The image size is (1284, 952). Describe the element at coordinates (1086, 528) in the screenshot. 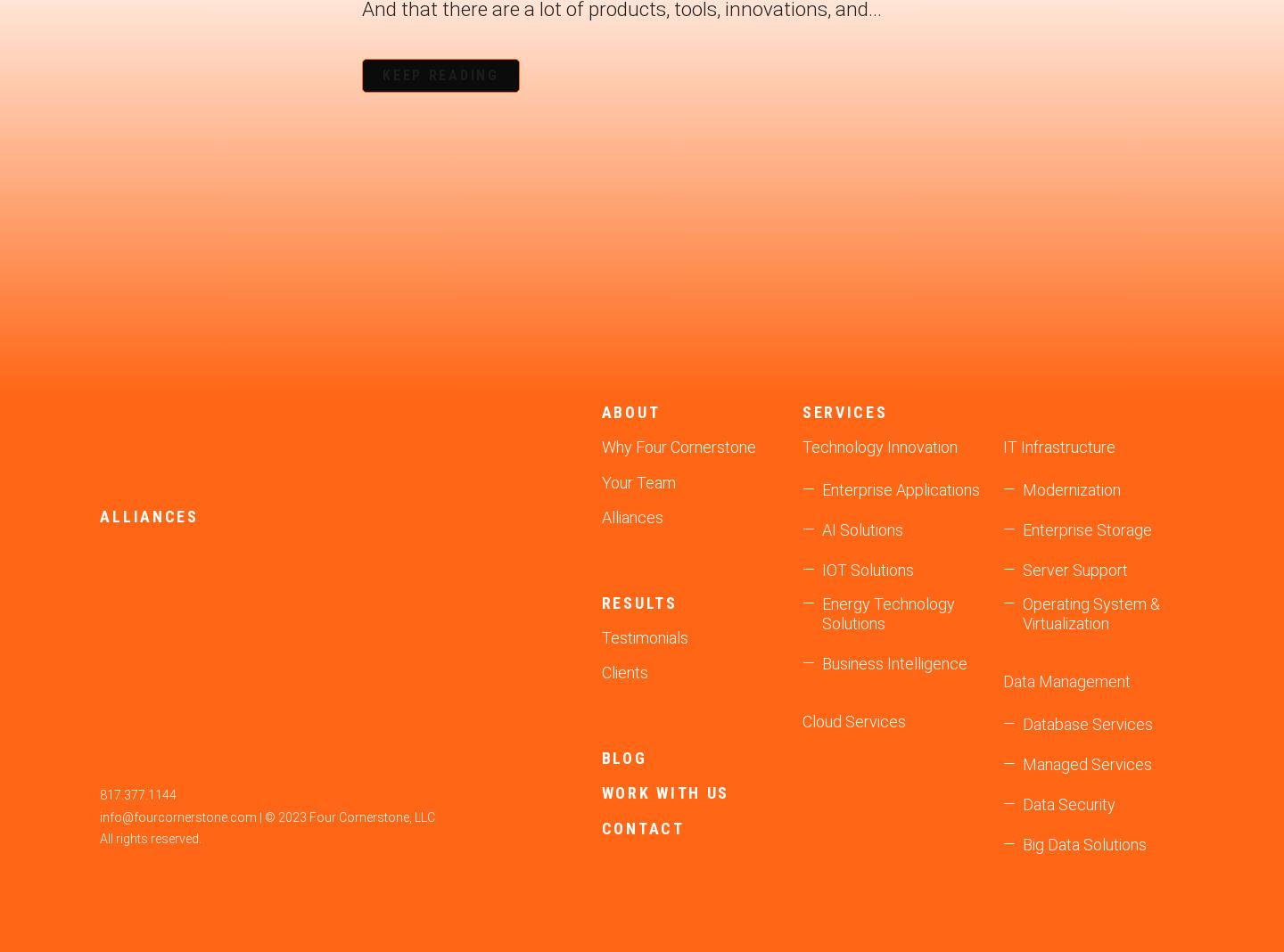

I see `'Enterprise Storage'` at that location.